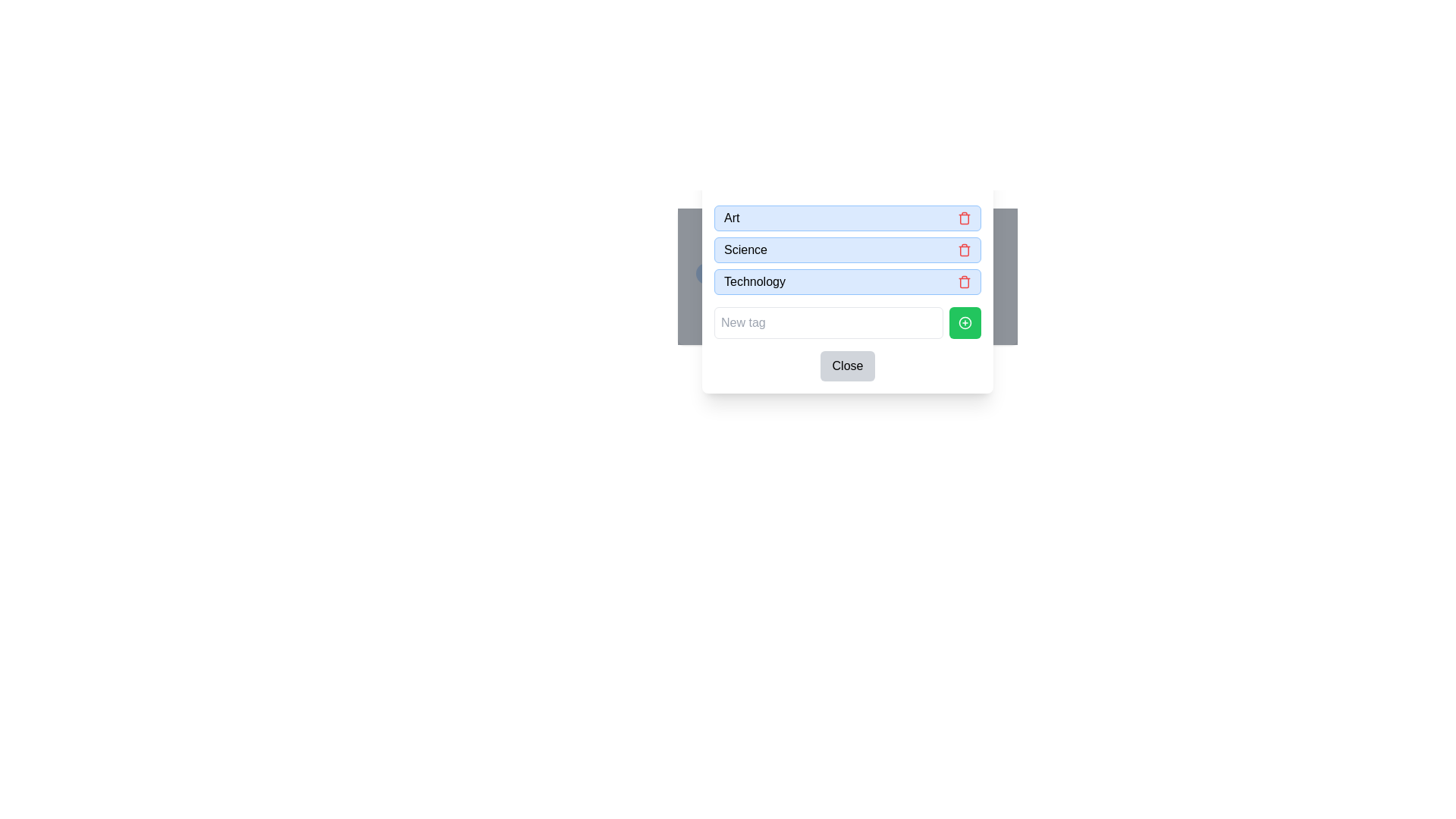 This screenshot has height=819, width=1456. I want to click on the delete button located to the far right of the 'Technology' label, so click(964, 281).